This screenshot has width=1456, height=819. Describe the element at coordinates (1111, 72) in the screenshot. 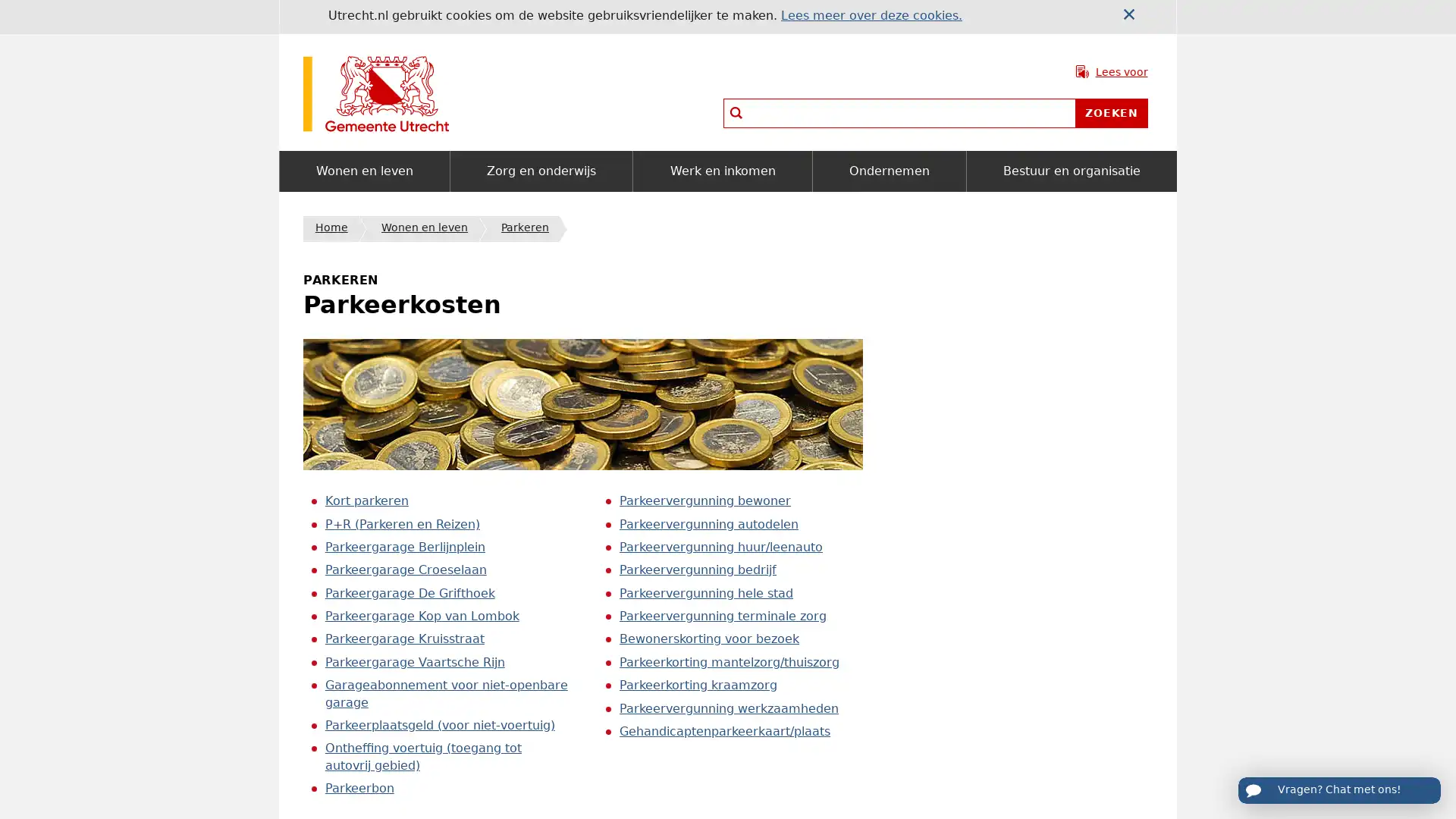

I see `Lees voor` at that location.